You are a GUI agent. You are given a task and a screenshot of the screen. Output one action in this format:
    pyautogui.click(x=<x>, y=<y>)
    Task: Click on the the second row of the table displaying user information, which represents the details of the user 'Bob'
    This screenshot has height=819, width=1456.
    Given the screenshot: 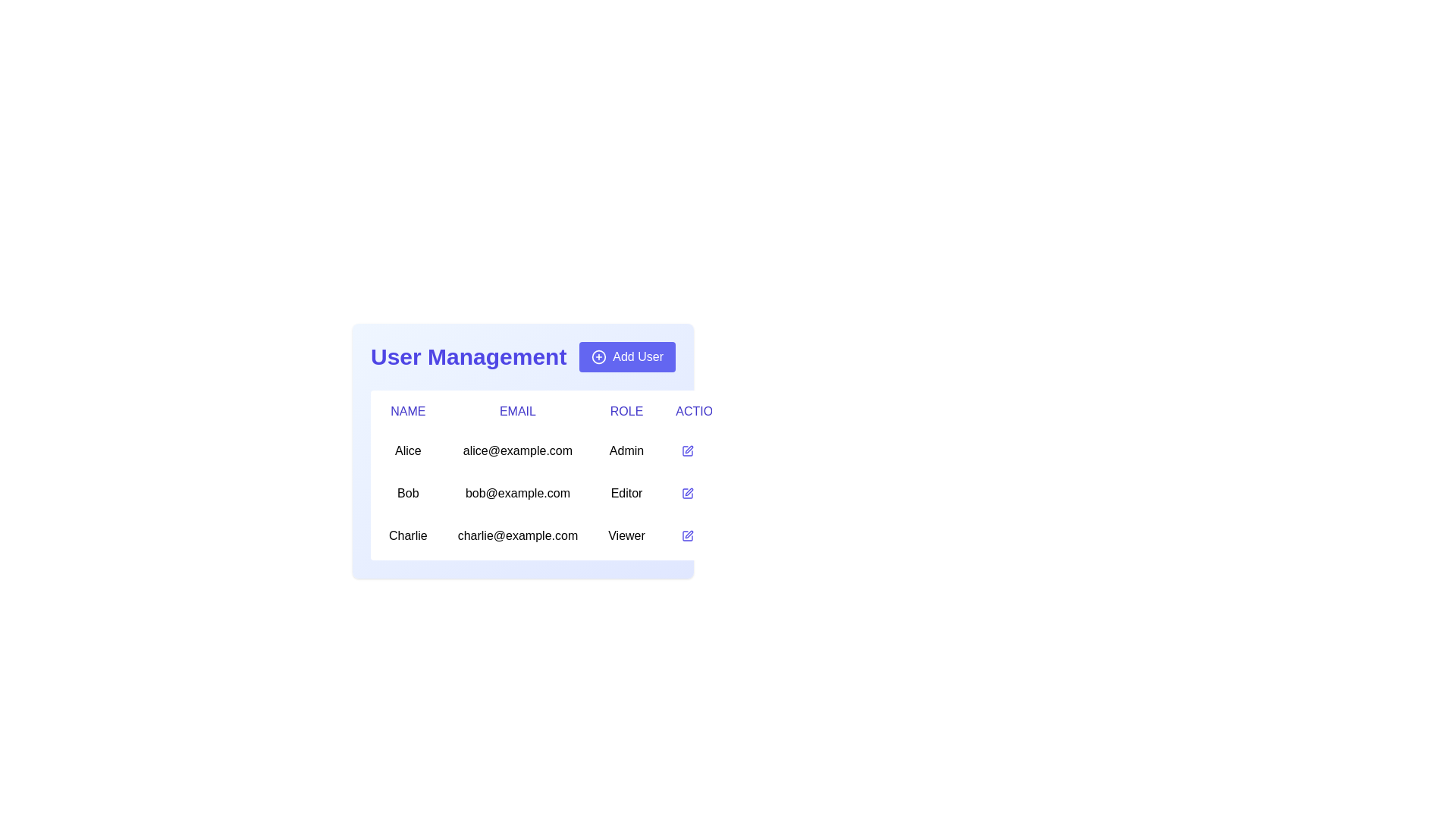 What is the action you would take?
    pyautogui.click(x=523, y=476)
    